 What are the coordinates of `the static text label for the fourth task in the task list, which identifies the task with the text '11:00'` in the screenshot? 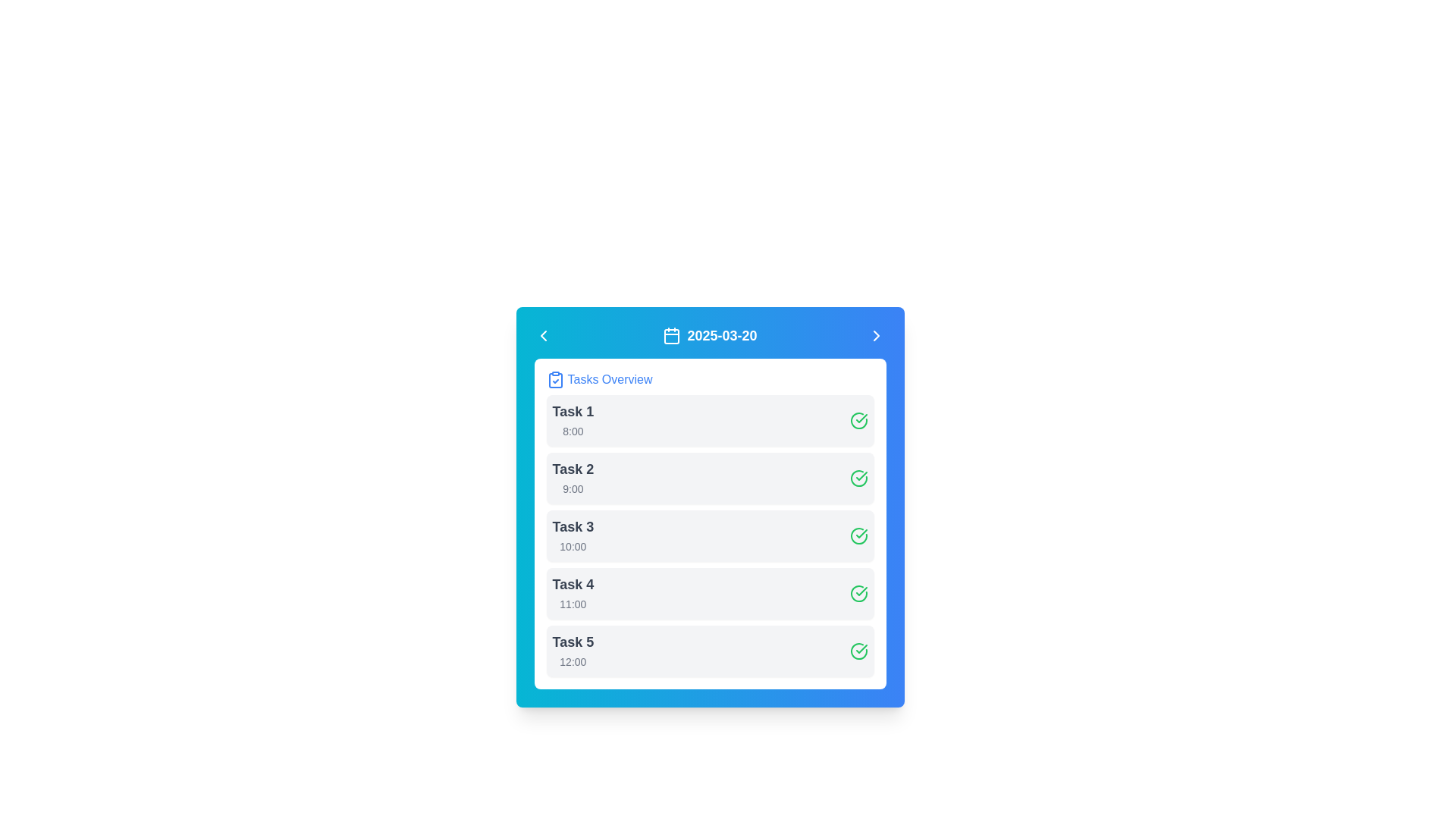 It's located at (572, 584).